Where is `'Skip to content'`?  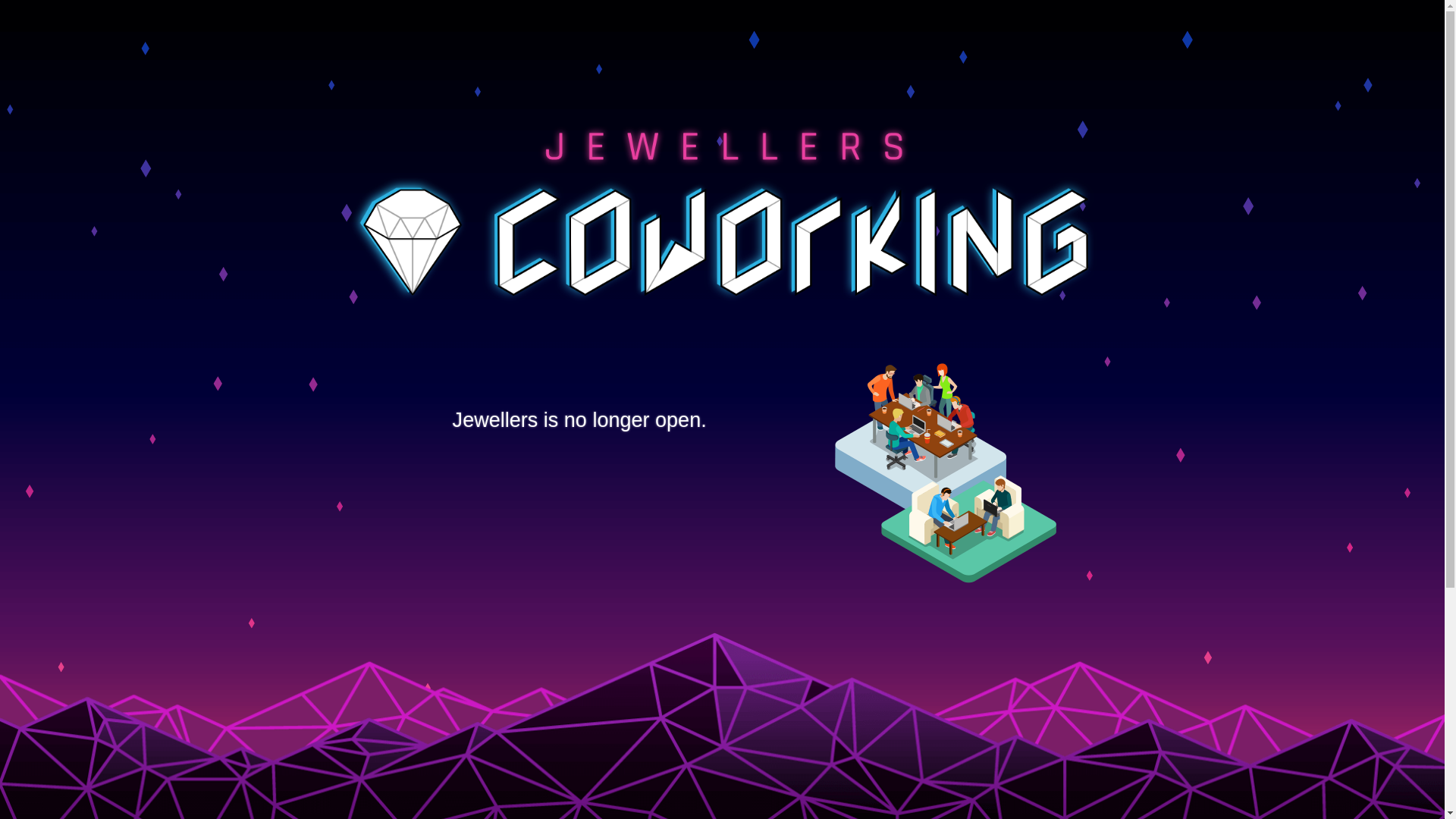
'Skip to content' is located at coordinates (0, 0).